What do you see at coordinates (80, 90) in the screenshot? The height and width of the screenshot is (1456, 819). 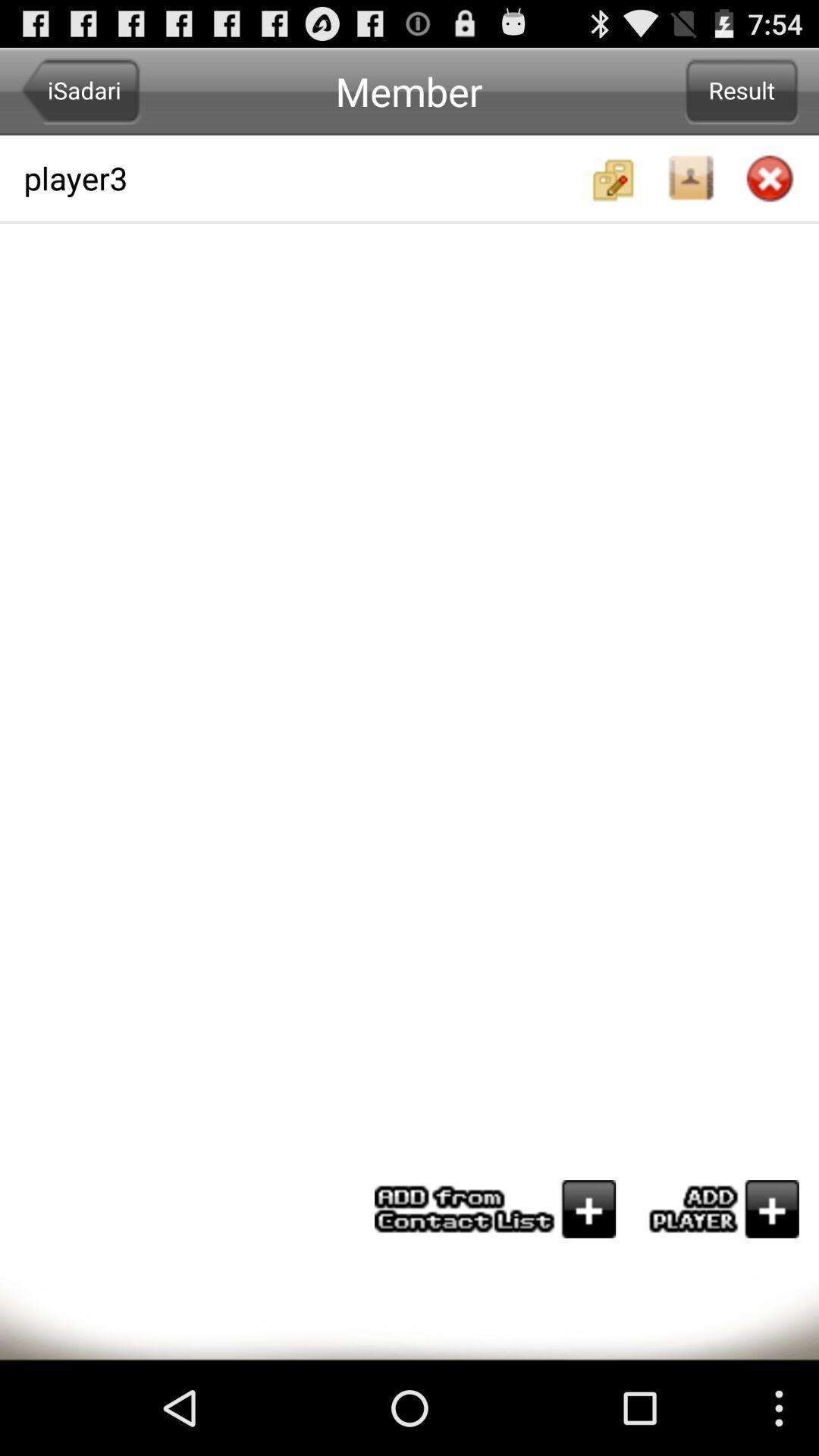 I see `app to the left of member icon` at bounding box center [80, 90].